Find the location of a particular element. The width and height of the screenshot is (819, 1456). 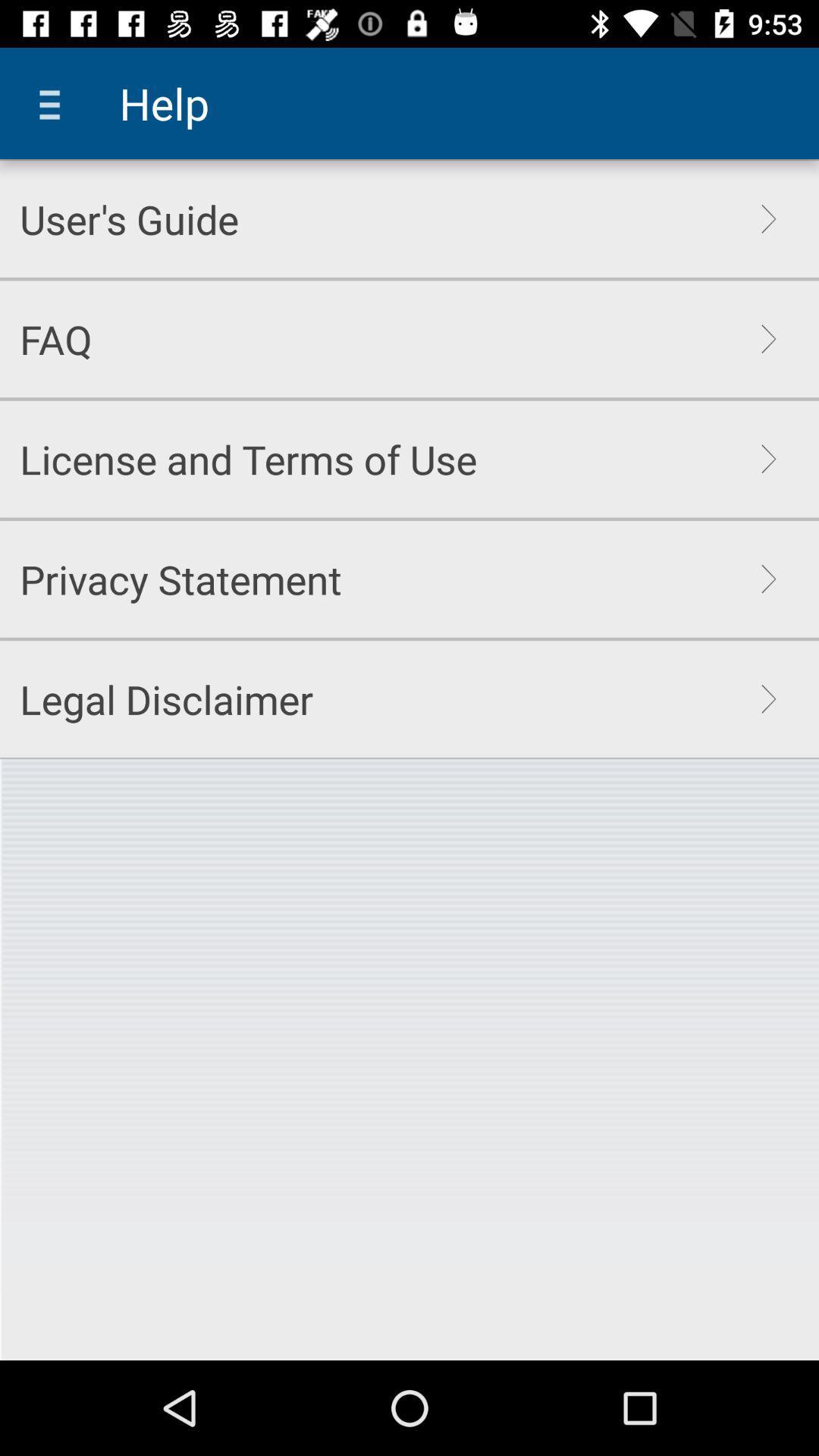

the privacy statement item is located at coordinates (180, 578).